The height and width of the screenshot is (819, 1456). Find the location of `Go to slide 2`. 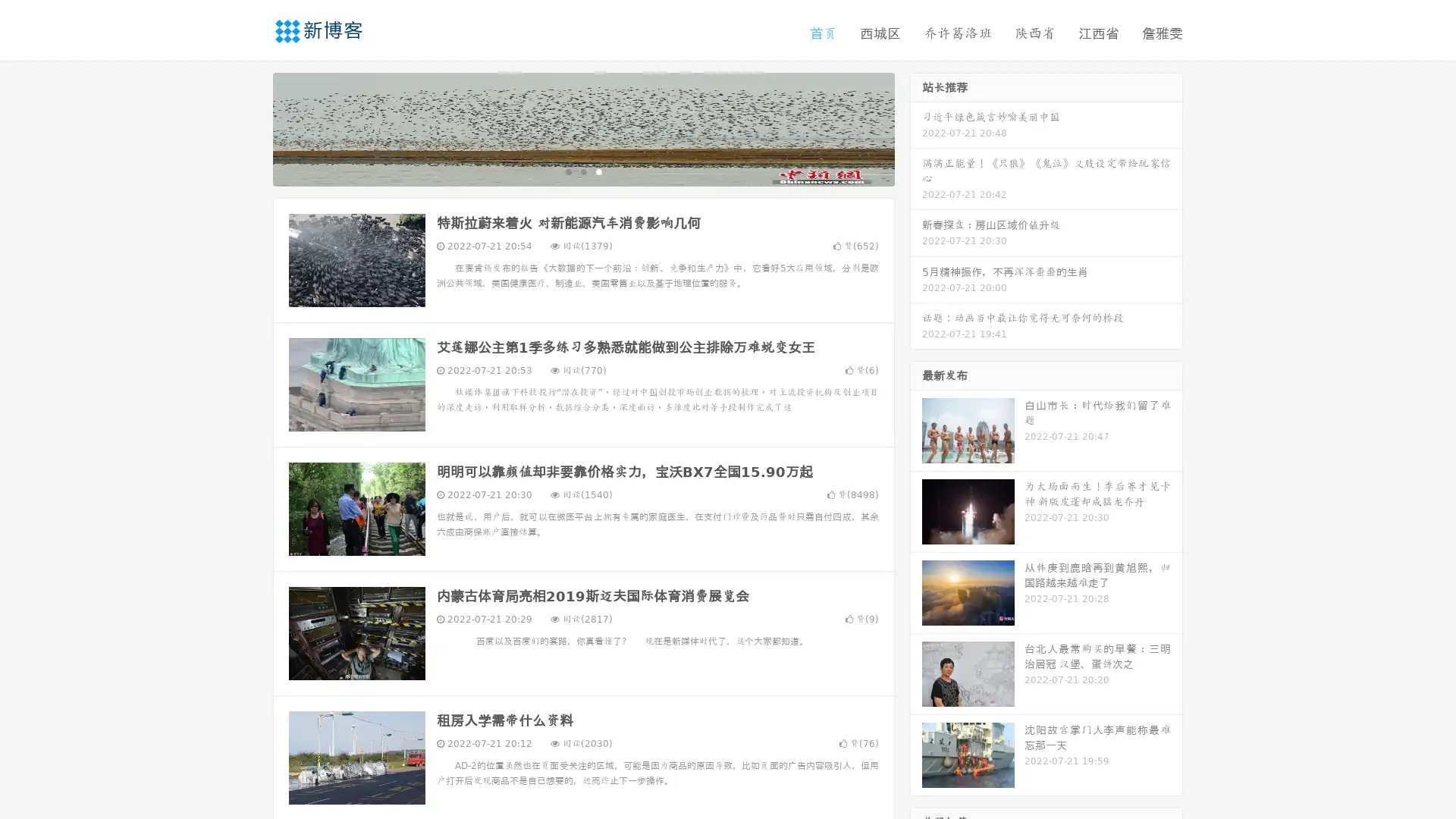

Go to slide 2 is located at coordinates (582, 171).